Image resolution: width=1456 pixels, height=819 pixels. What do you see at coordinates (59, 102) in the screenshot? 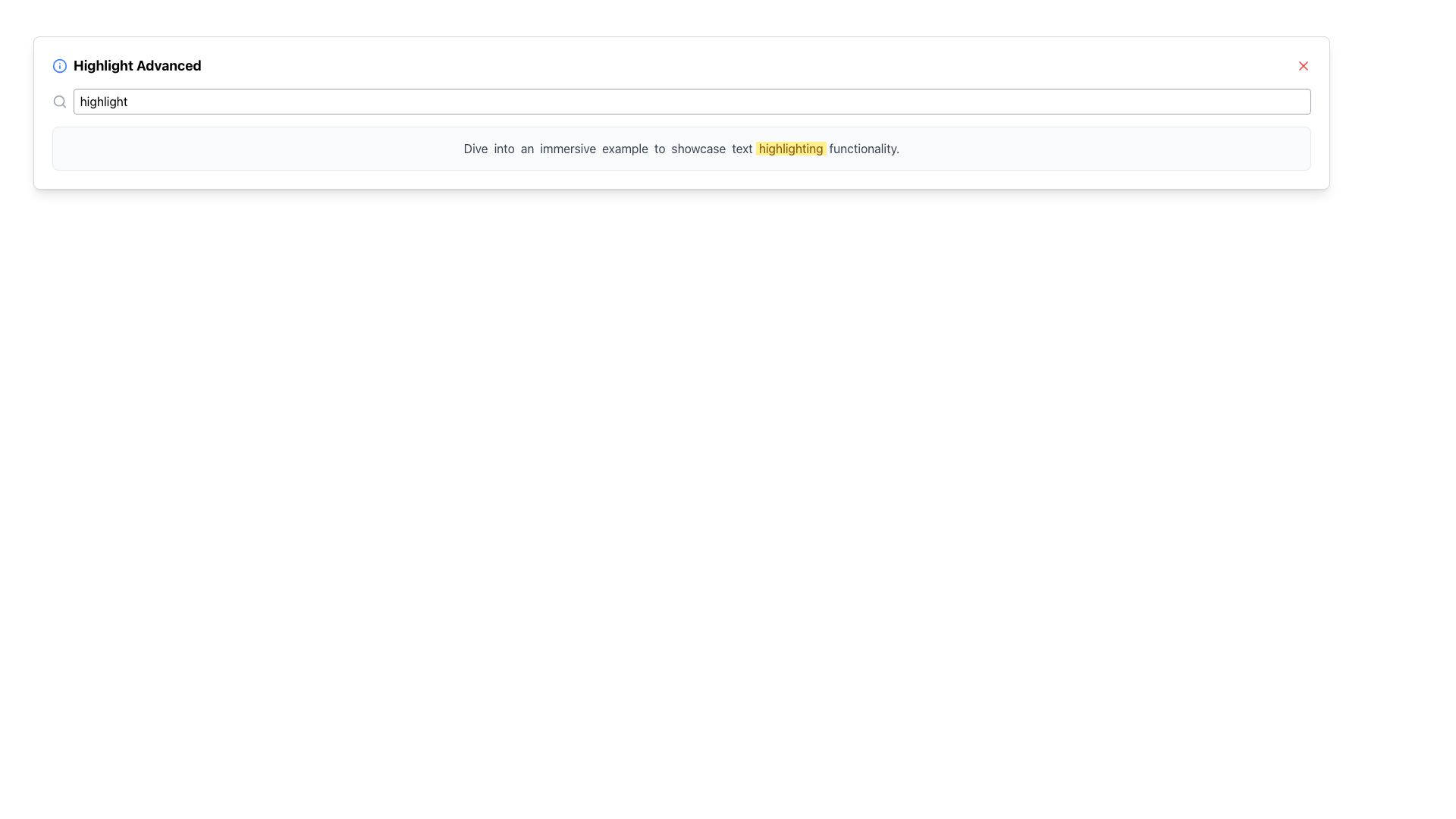
I see `the small gray magnifying glass icon located to the left of the 'highlight' text input field` at bounding box center [59, 102].